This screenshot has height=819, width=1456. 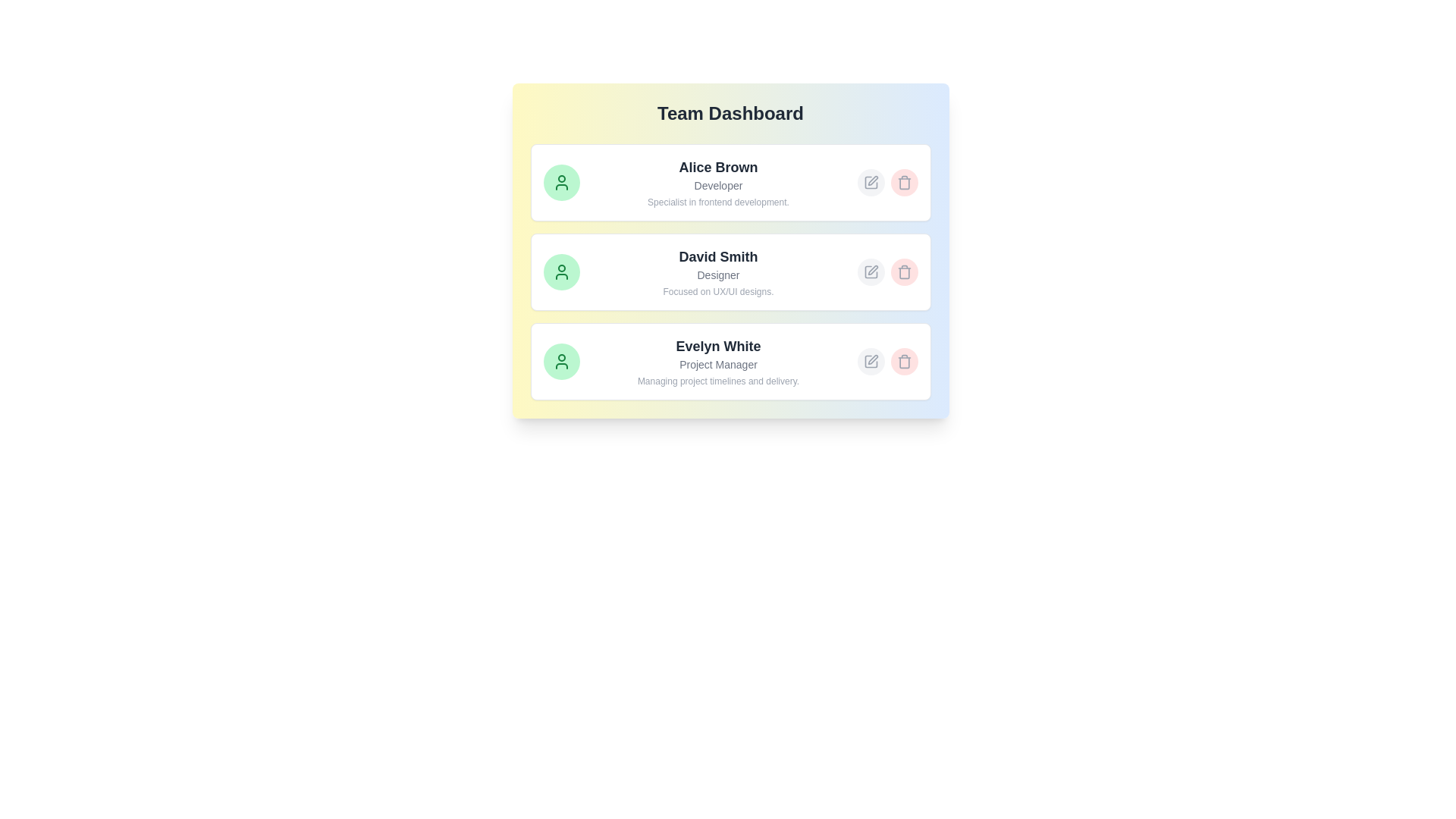 I want to click on the user profile icon wrapped in a green circle located in the second row of the 'Team Dashboard' section, adjacent to 'David Smith', so click(x=560, y=271).